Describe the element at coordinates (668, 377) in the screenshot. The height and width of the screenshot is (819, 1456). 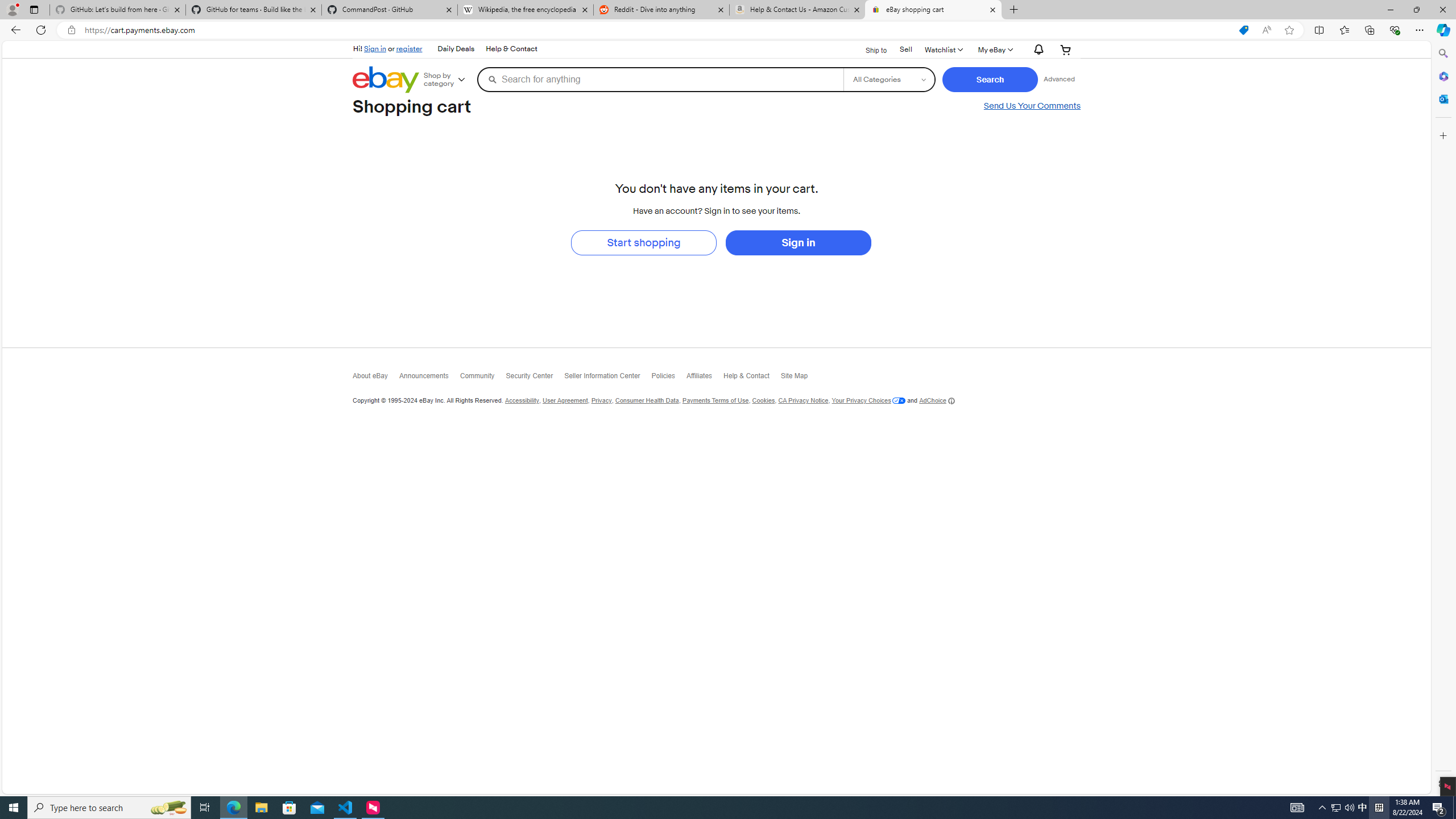
I see `'Policies'` at that location.